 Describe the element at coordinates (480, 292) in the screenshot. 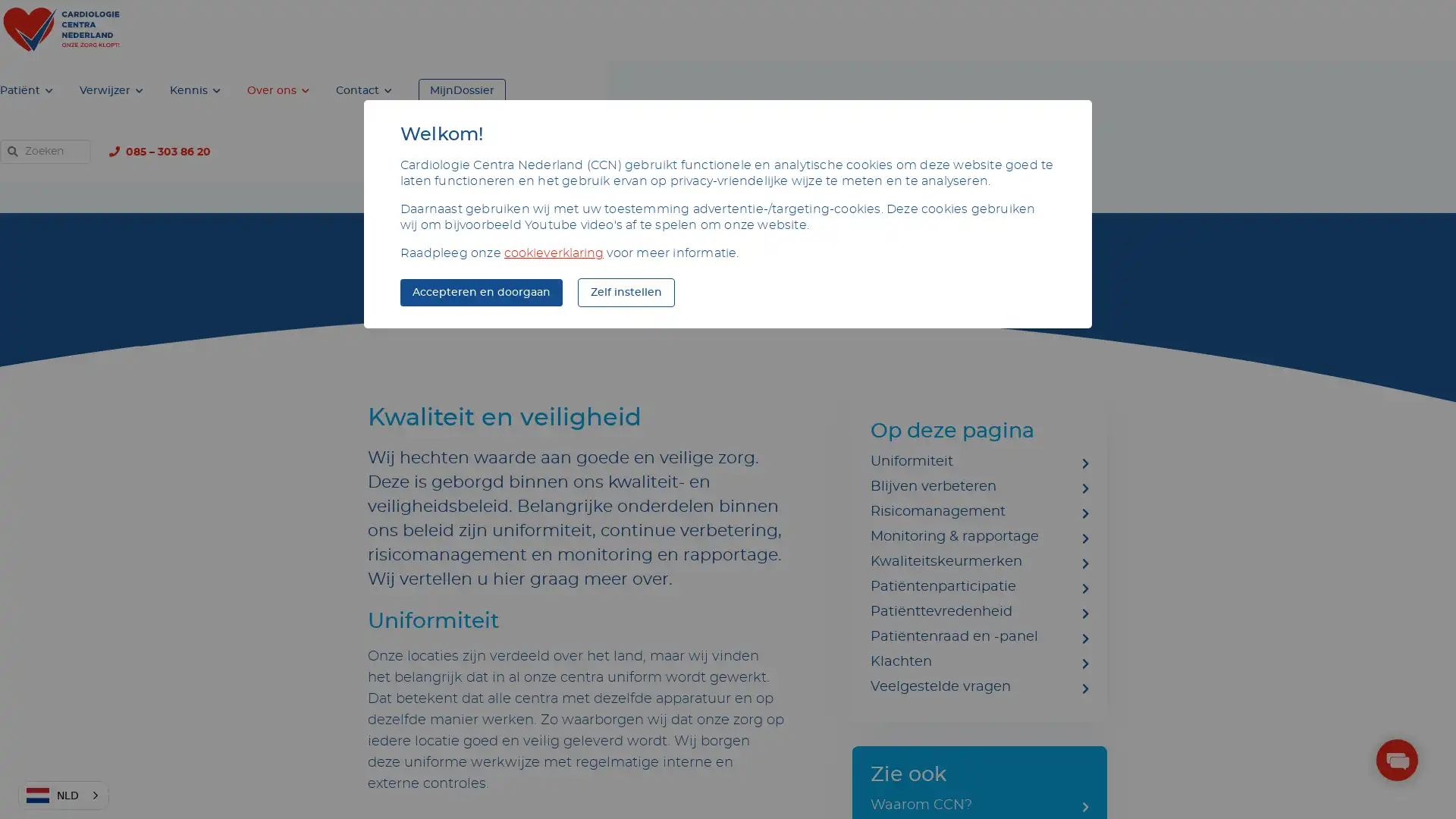

I see `Accepteren en doorgaan` at that location.